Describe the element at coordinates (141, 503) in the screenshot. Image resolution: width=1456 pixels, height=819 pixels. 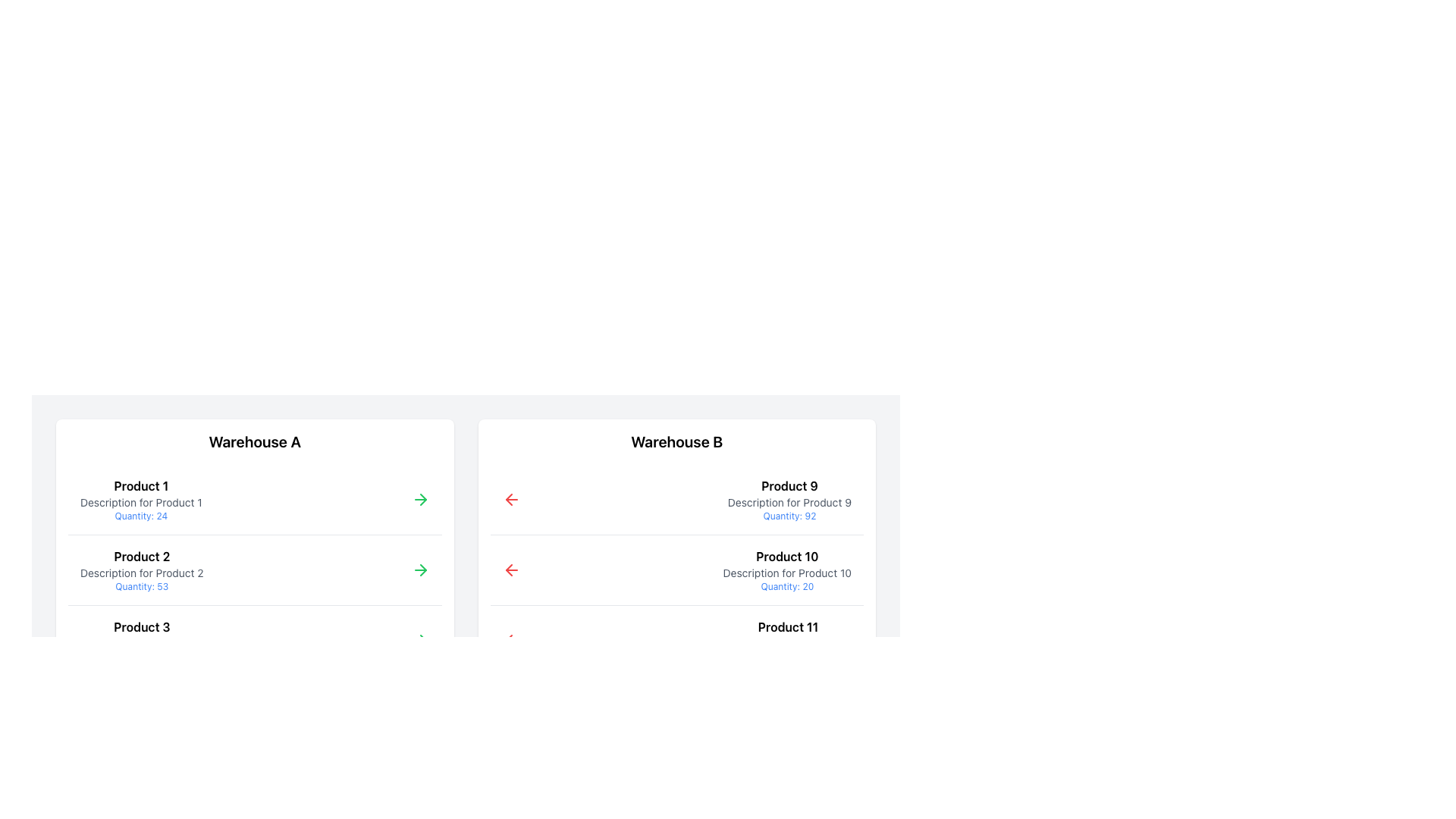
I see `the non-interactive Text Label providing descriptive information about 'Product 1', located below the 'Product 1' title and above the 'Quantity: 24' text in the 'Warehouse A' section` at that location.